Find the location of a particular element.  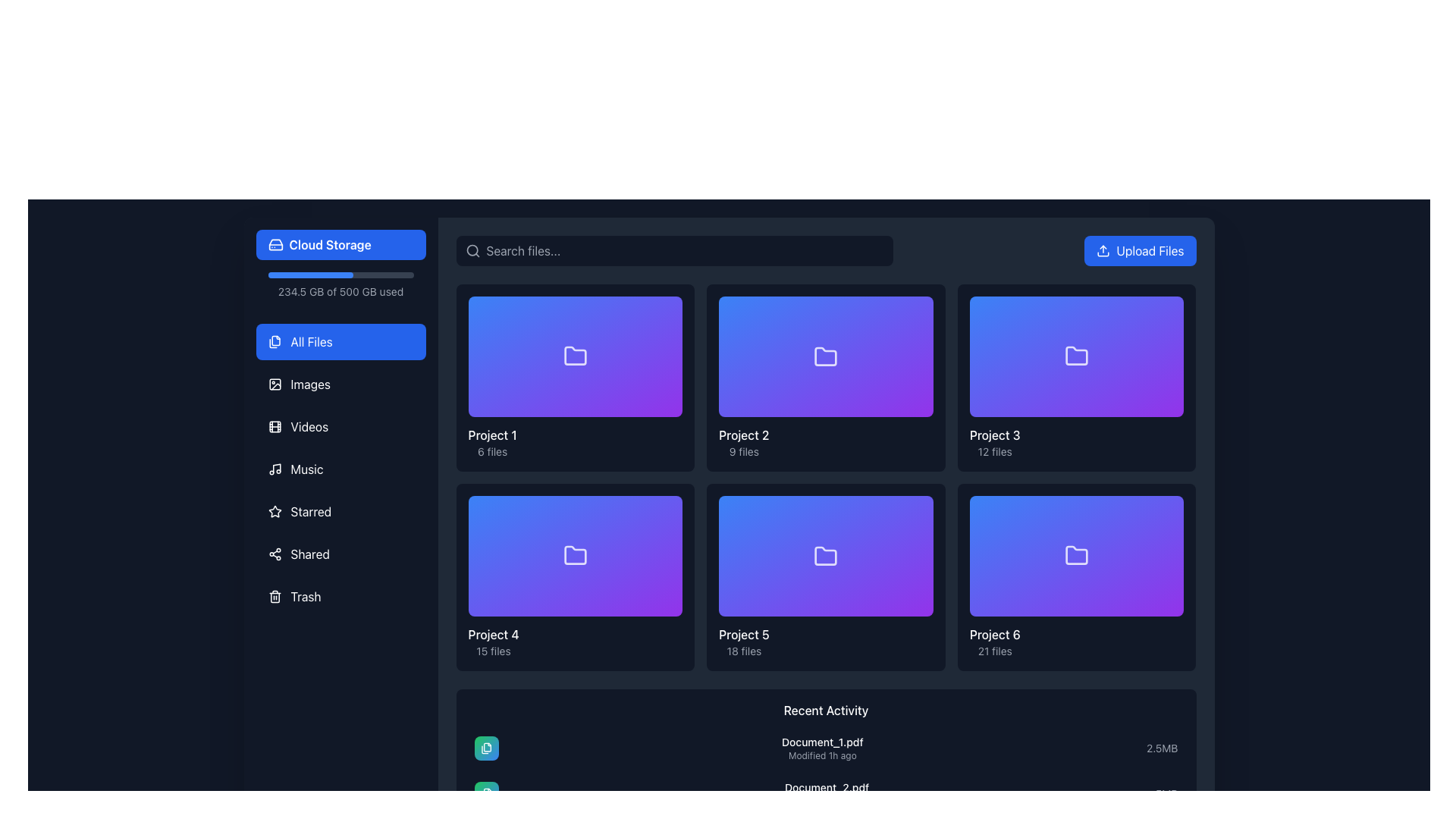

the 'Videos' label in the left sidebar, which is positioned below the 'Images' label and above the 'Music' label, featuring a film strip icon next to the text is located at coordinates (309, 427).